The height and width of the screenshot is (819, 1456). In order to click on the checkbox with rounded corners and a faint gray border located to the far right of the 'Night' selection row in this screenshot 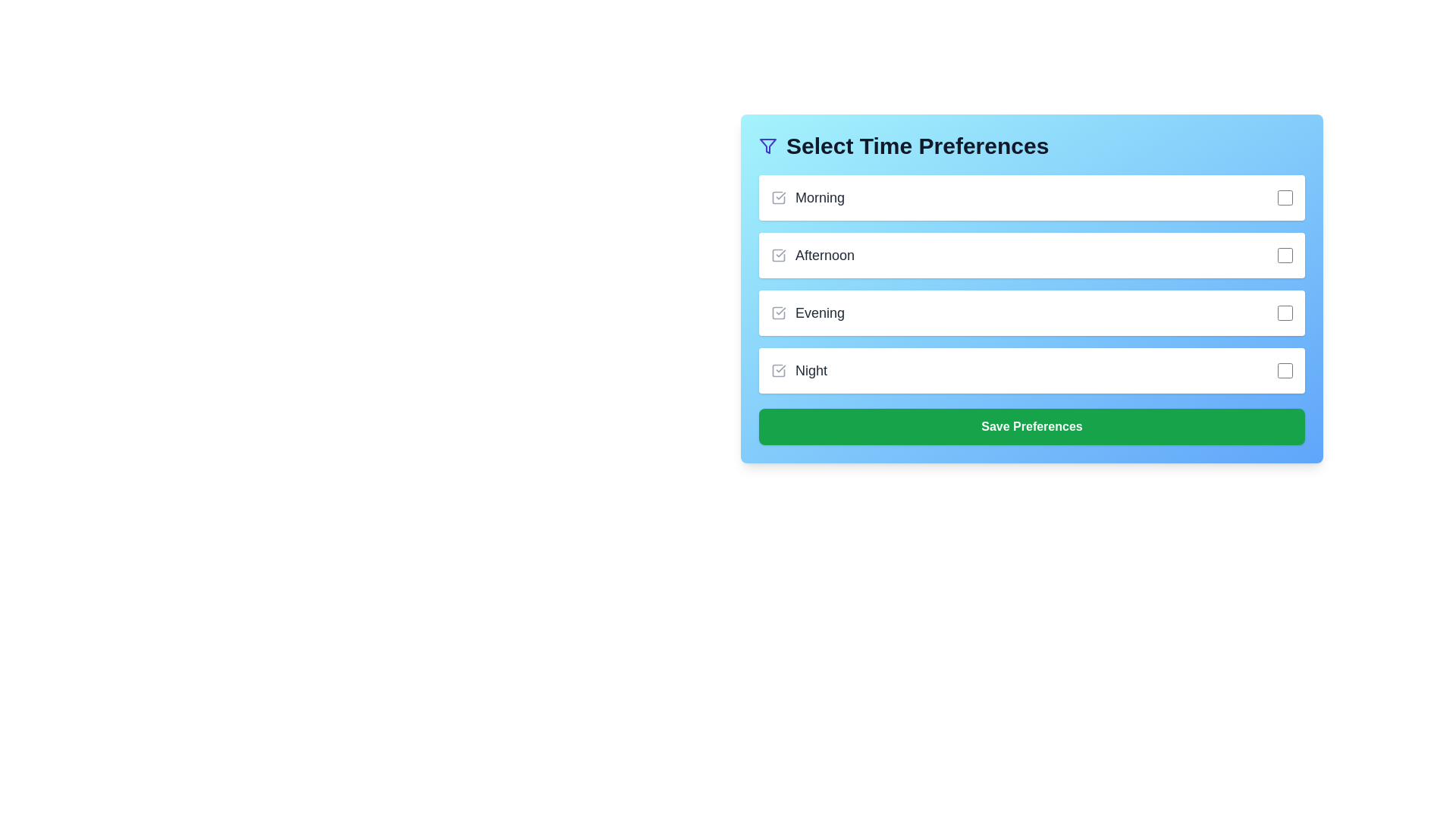, I will do `click(1284, 371)`.